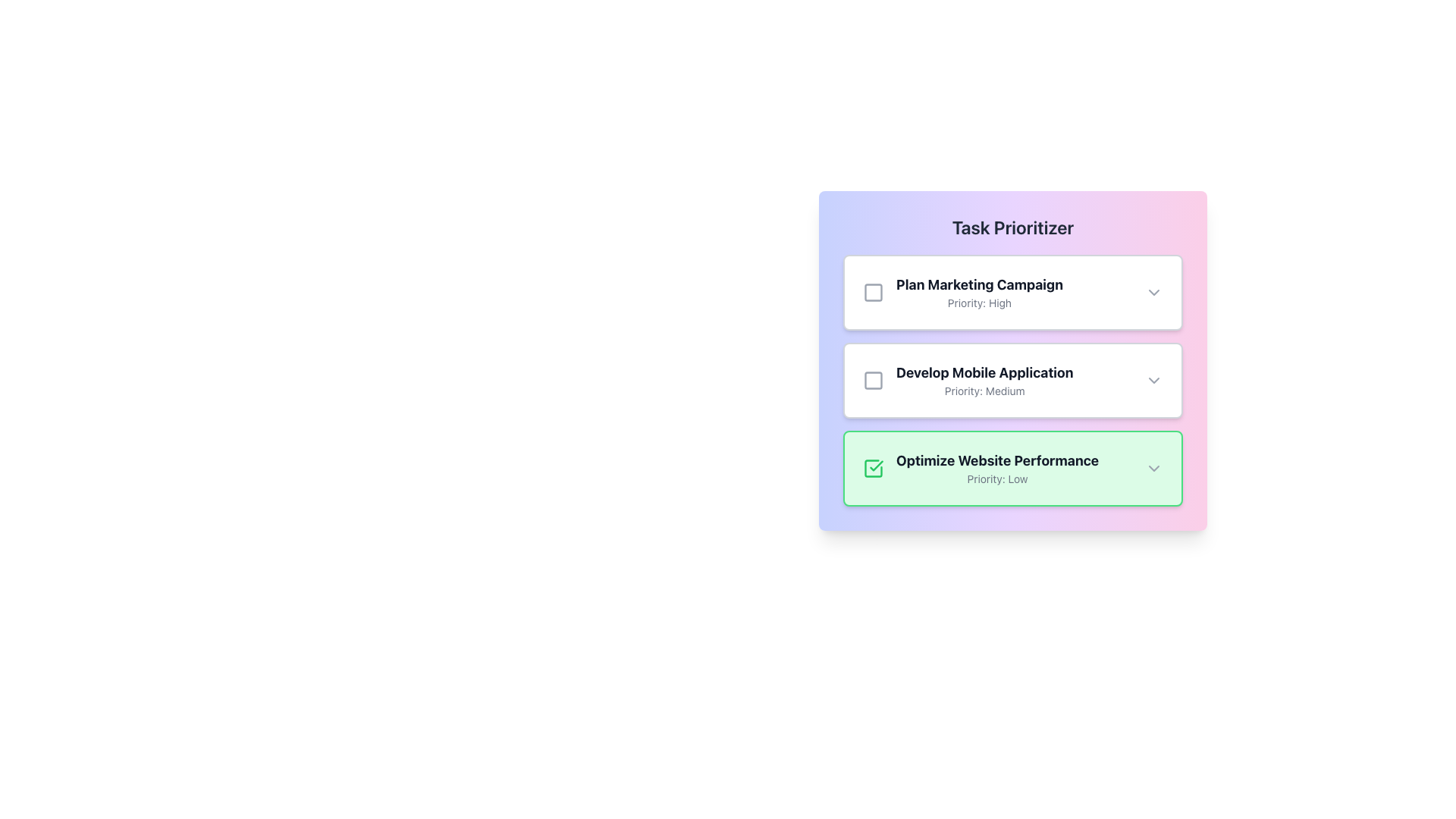 This screenshot has height=819, width=1456. I want to click on the task title text in the uppermost task card to interact with the task, located to the right of the checkbox and above the dropdown toggle icon, so click(979, 292).